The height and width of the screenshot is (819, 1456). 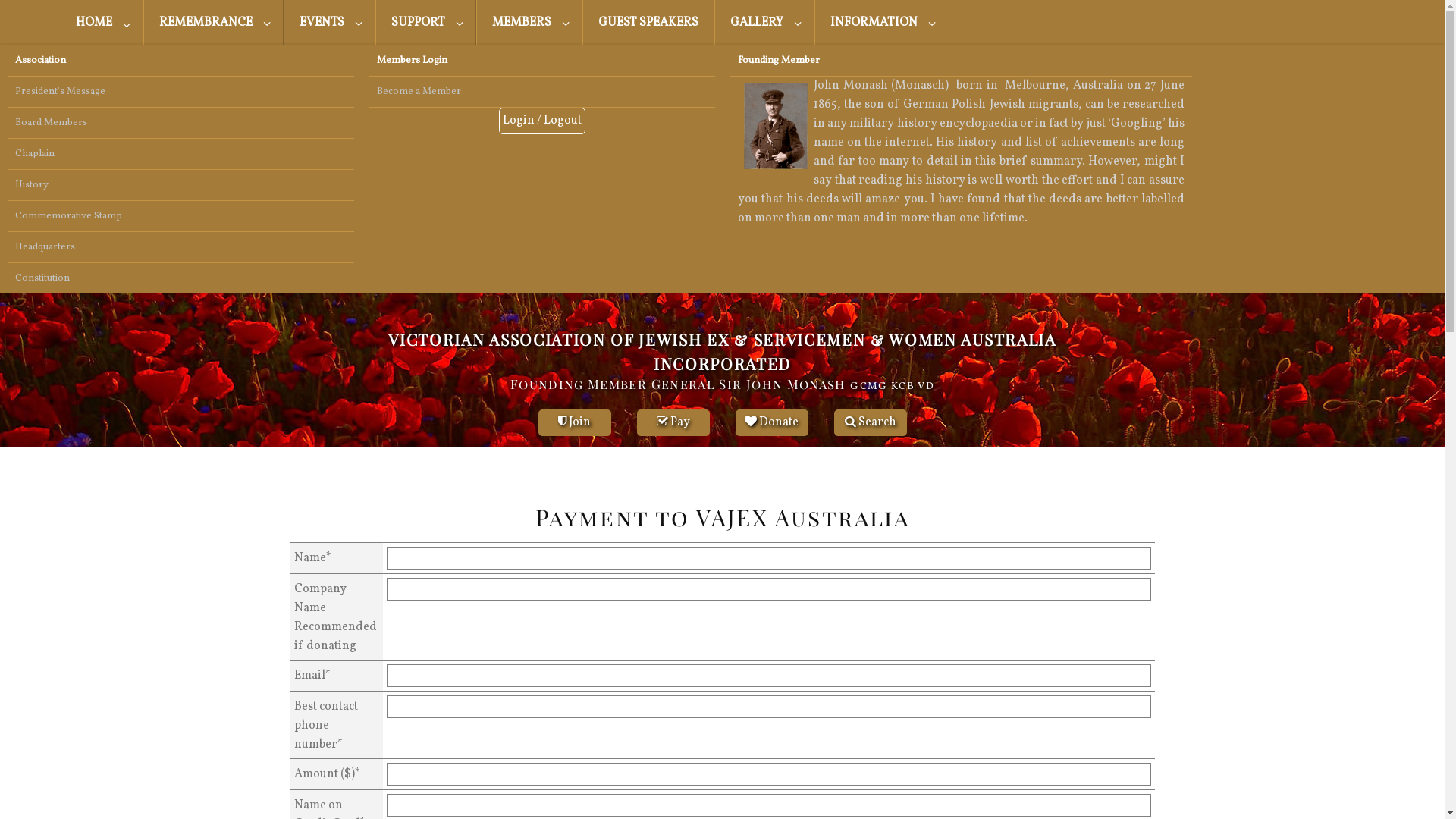 What do you see at coordinates (375, 23) in the screenshot?
I see `'SUPPORT'` at bounding box center [375, 23].